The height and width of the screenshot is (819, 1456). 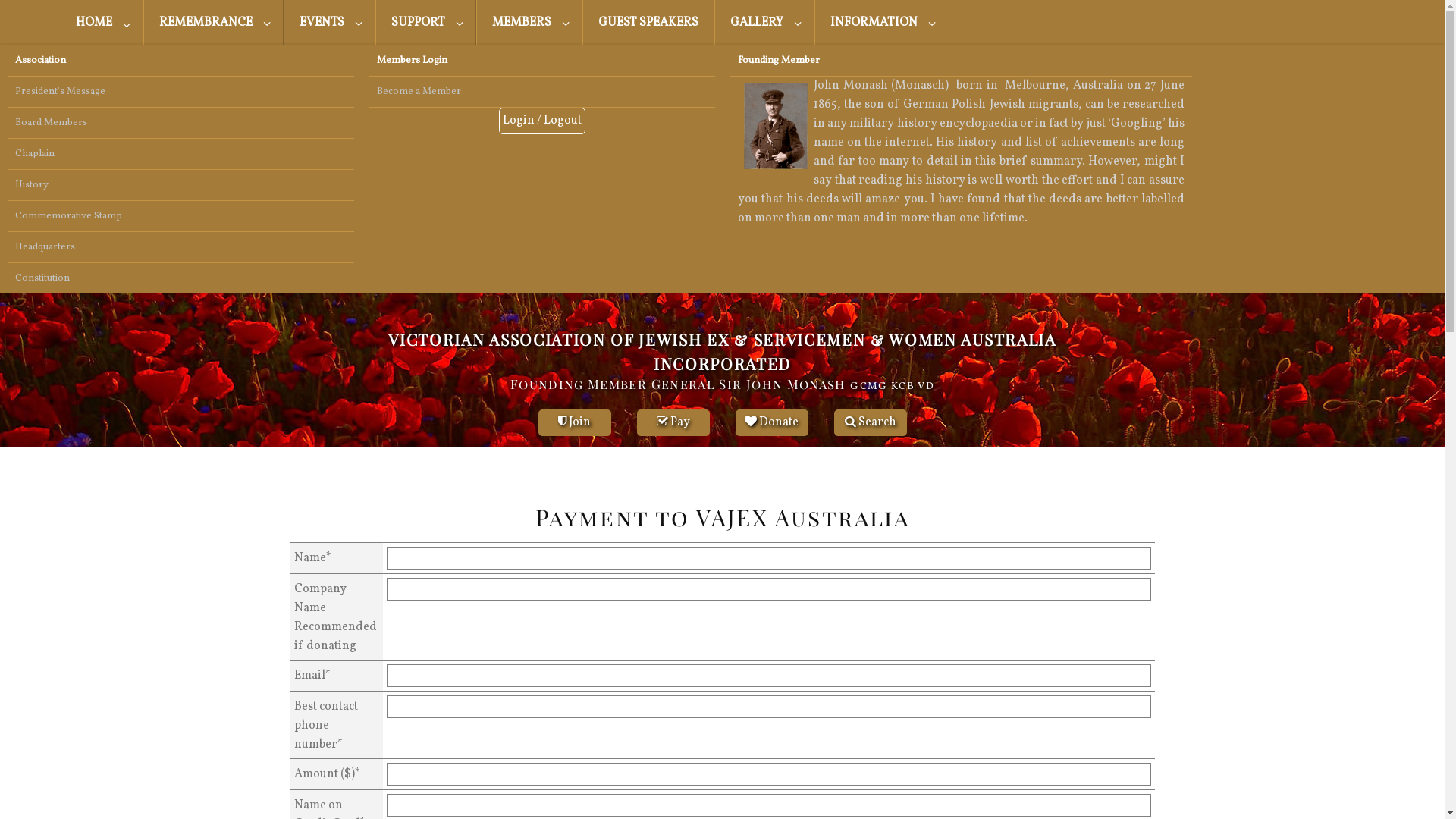 What do you see at coordinates (375, 23) in the screenshot?
I see `'SUPPORT'` at bounding box center [375, 23].